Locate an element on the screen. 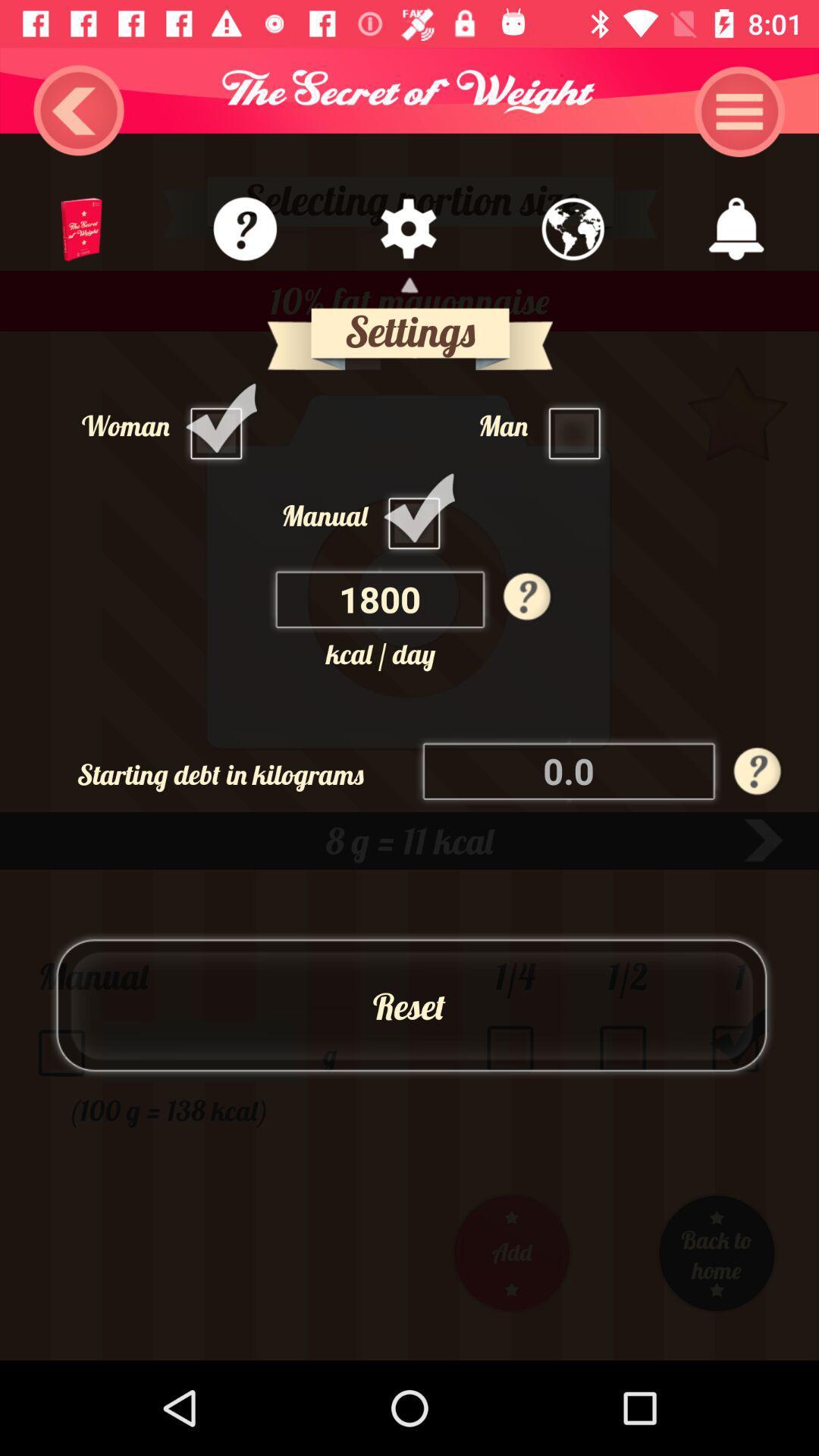 This screenshot has width=819, height=1456. edit starting debt in kilograms is located at coordinates (570, 770).